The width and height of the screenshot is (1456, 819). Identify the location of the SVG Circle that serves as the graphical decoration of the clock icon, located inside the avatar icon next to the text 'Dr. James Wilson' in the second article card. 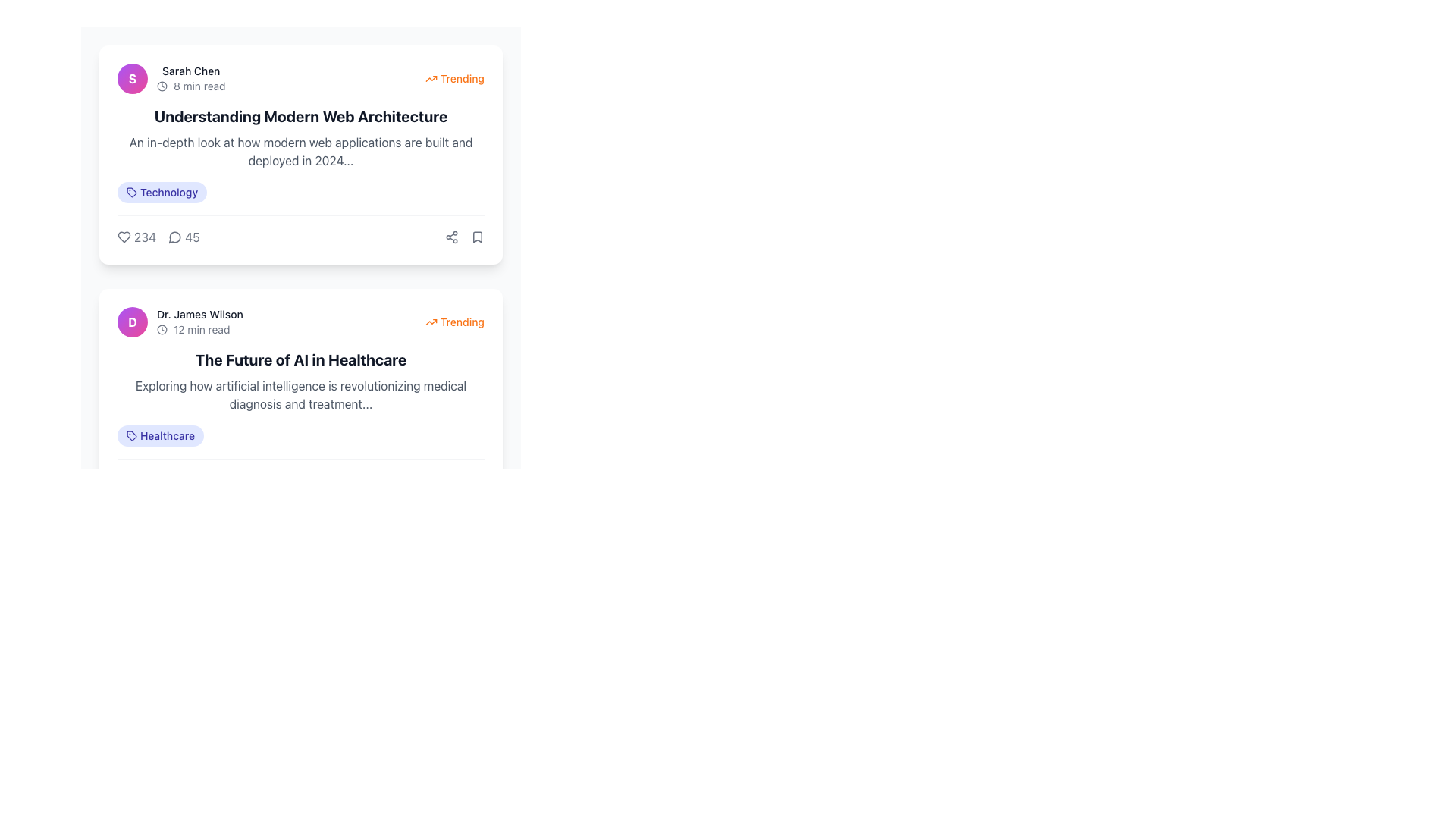
(162, 329).